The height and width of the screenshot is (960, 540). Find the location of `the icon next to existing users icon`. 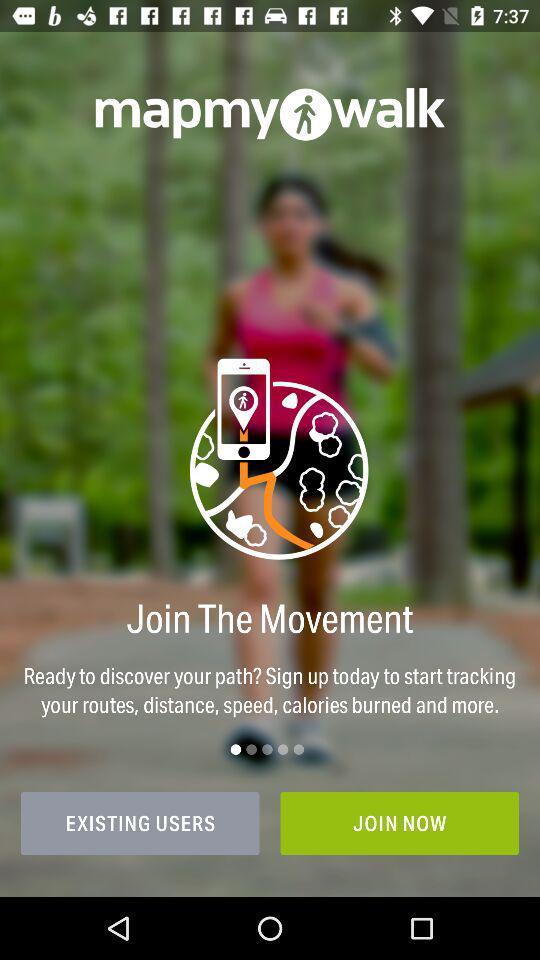

the icon next to existing users icon is located at coordinates (399, 823).